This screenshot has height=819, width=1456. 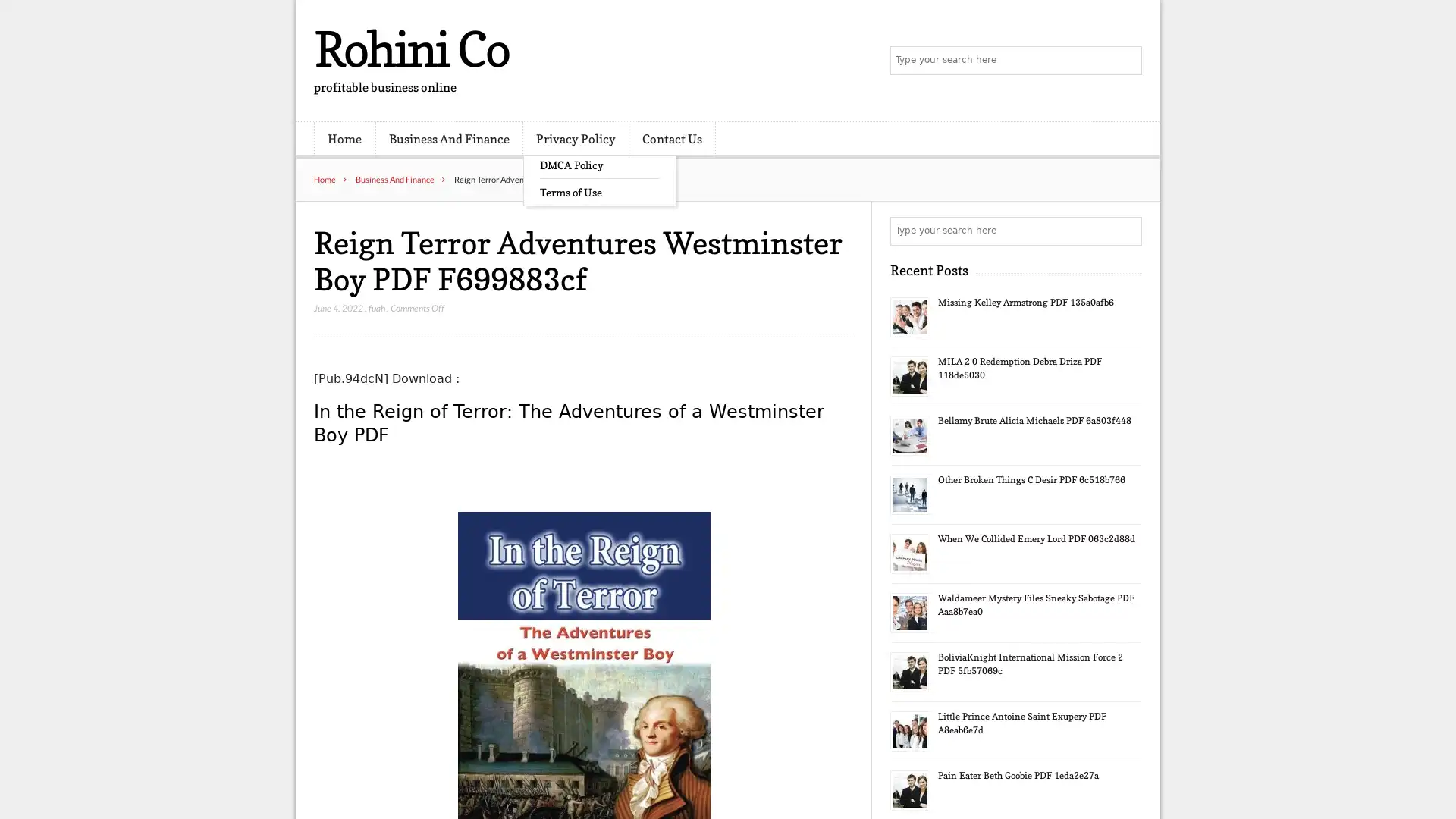 I want to click on Search, so click(x=1126, y=61).